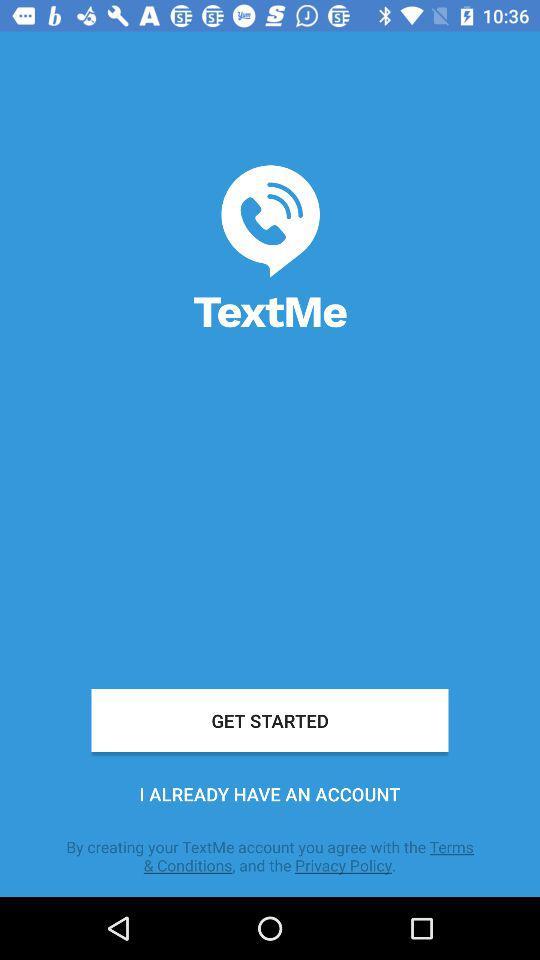 The image size is (540, 960). I want to click on i already have icon, so click(270, 794).